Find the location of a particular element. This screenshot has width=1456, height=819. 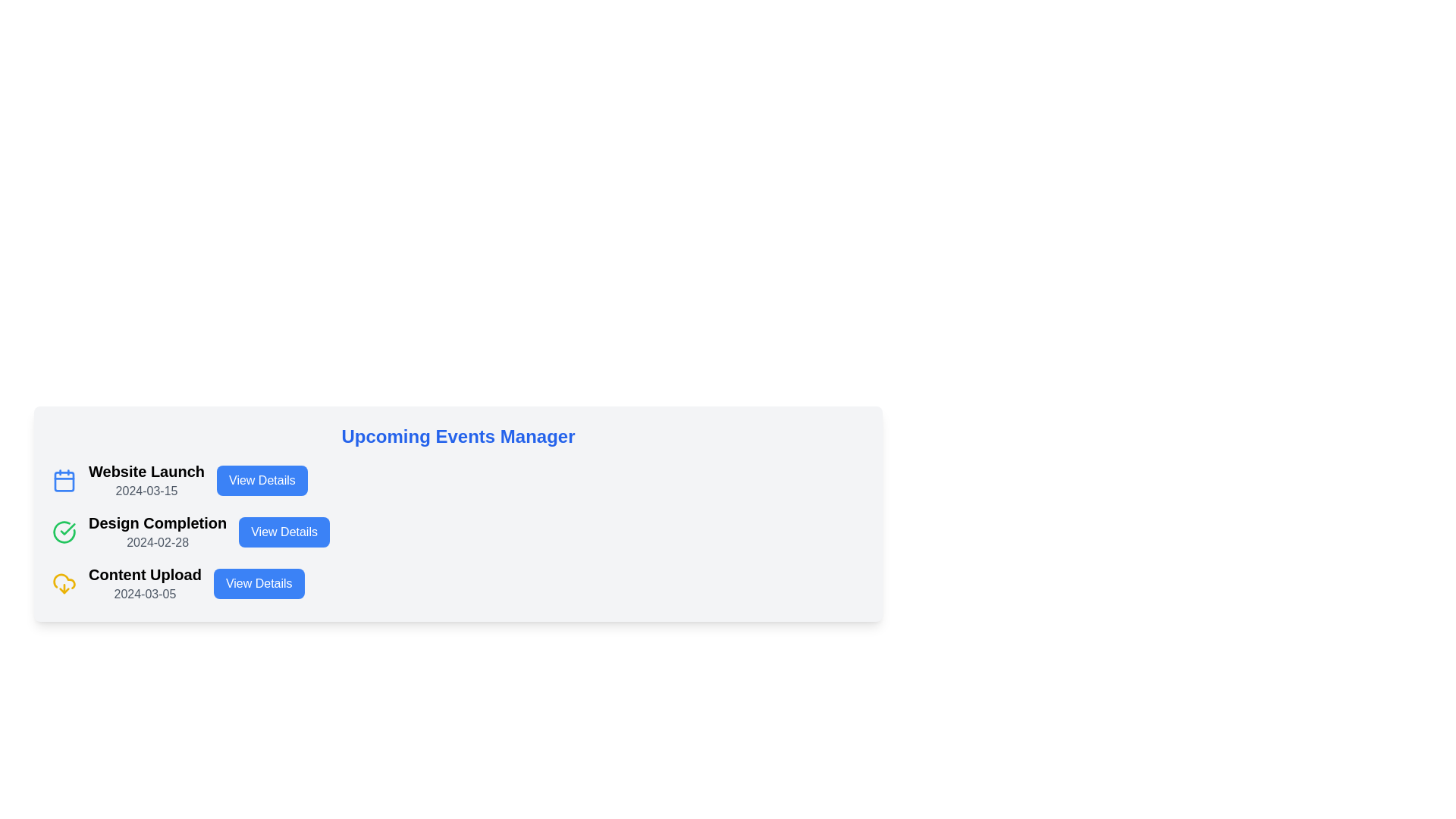

the text label indicating the name or description of the event, which is located within a white card component, directly below the 'Website Launch' heading and above the 'Content Upload' heading, and to the left of the blue 'View Details' button is located at coordinates (158, 522).